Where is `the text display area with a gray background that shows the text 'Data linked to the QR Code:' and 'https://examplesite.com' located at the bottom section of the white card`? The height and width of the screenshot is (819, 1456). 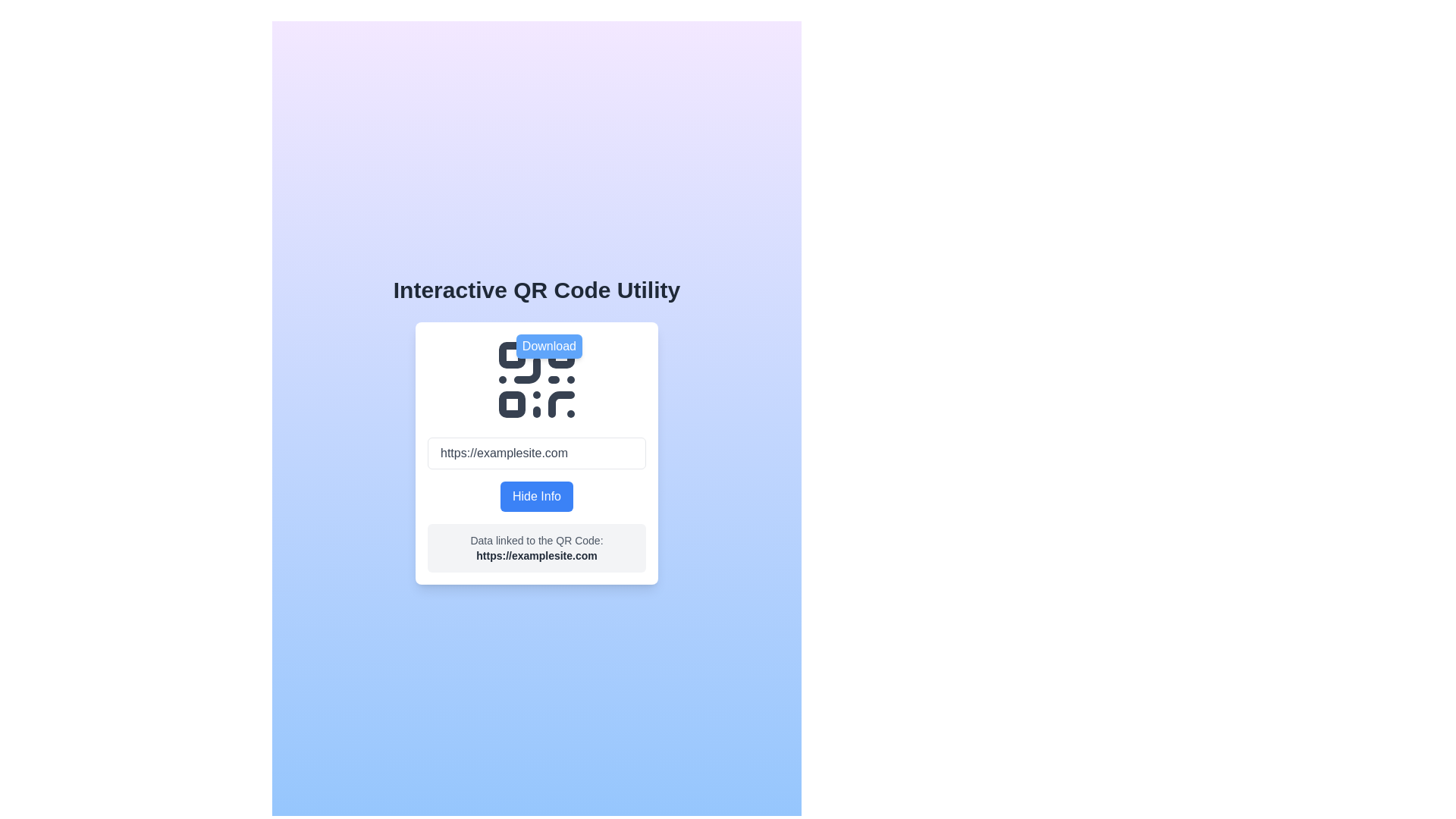 the text display area with a gray background that shows the text 'Data linked to the QR Code:' and 'https://examplesite.com' located at the bottom section of the white card is located at coordinates (537, 548).